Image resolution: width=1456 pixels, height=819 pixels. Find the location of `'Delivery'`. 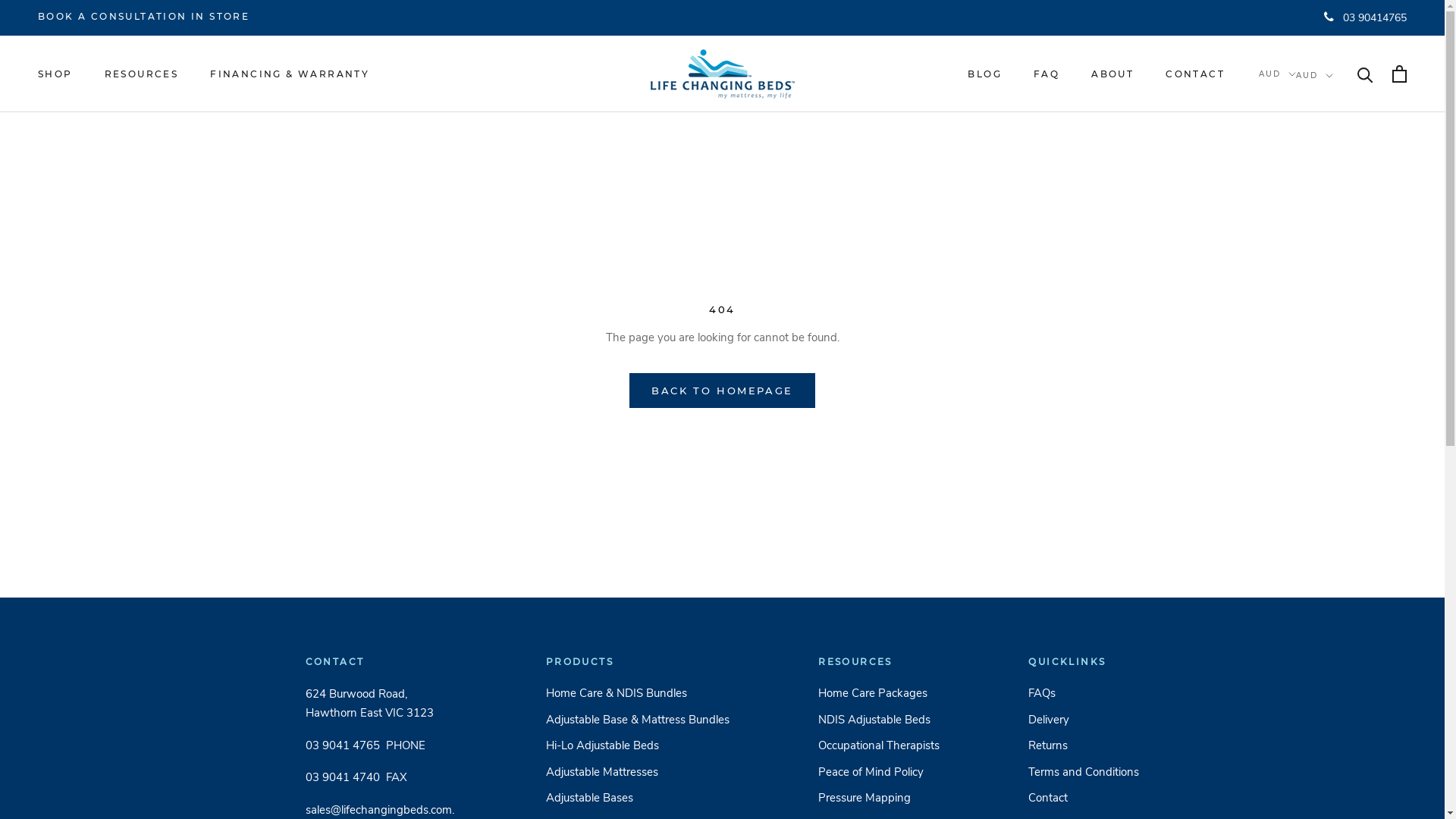

'Delivery' is located at coordinates (1083, 719).